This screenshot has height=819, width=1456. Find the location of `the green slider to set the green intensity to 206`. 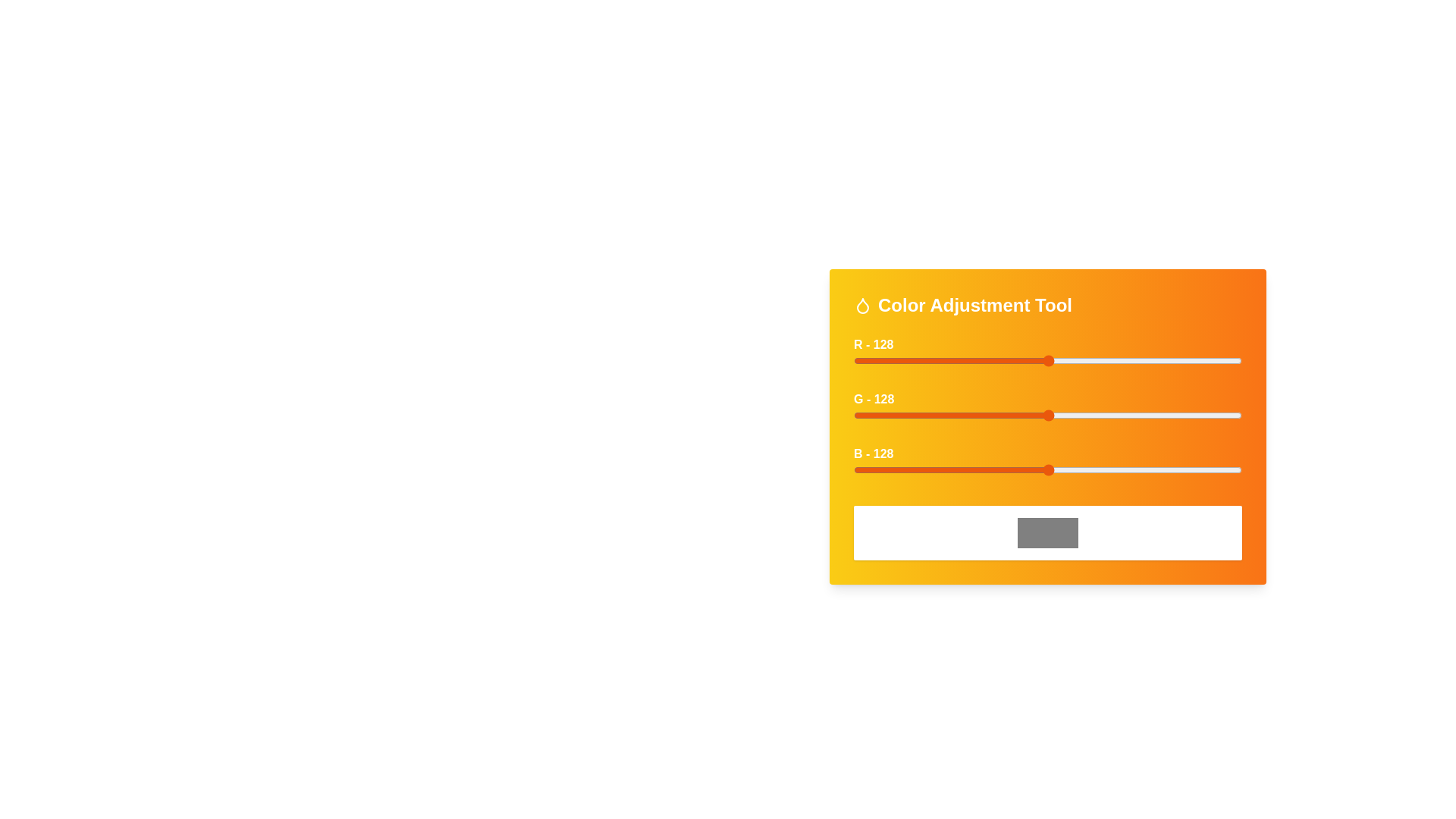

the green slider to set the green intensity to 206 is located at coordinates (1166, 415).